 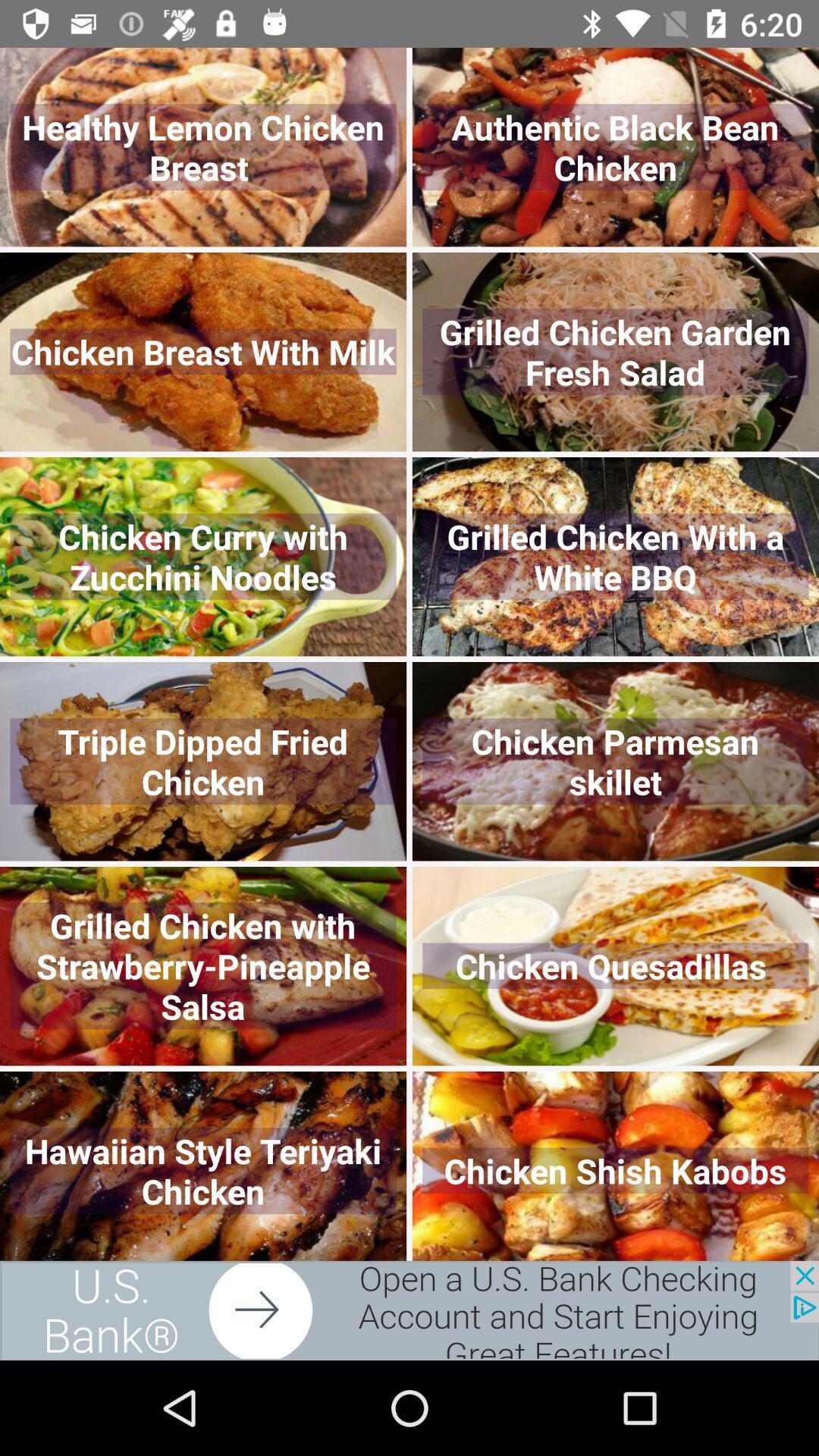 I want to click on next, so click(x=409, y=1310).